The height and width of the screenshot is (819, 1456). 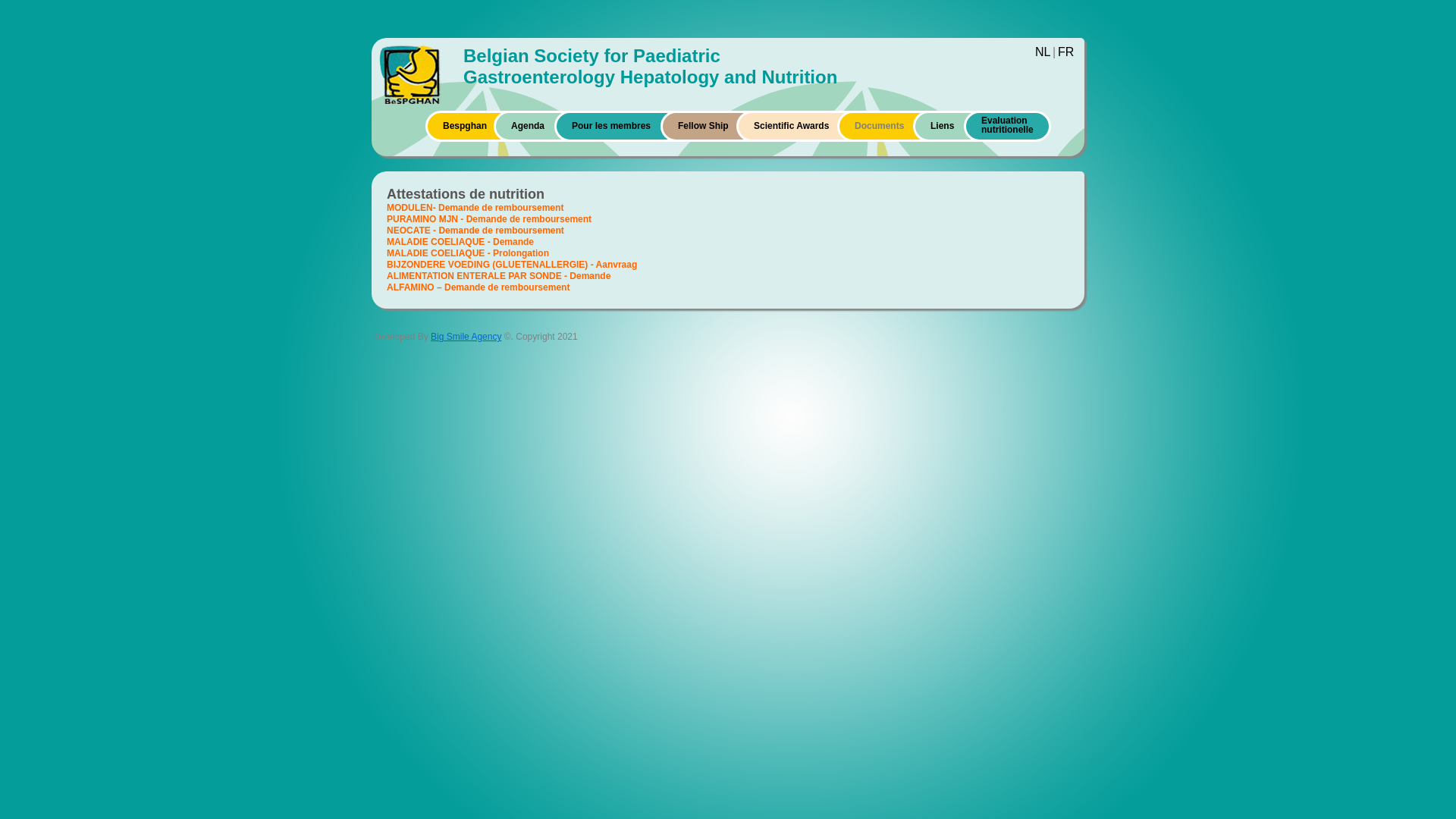 What do you see at coordinates (1041, 51) in the screenshot?
I see `'NL'` at bounding box center [1041, 51].